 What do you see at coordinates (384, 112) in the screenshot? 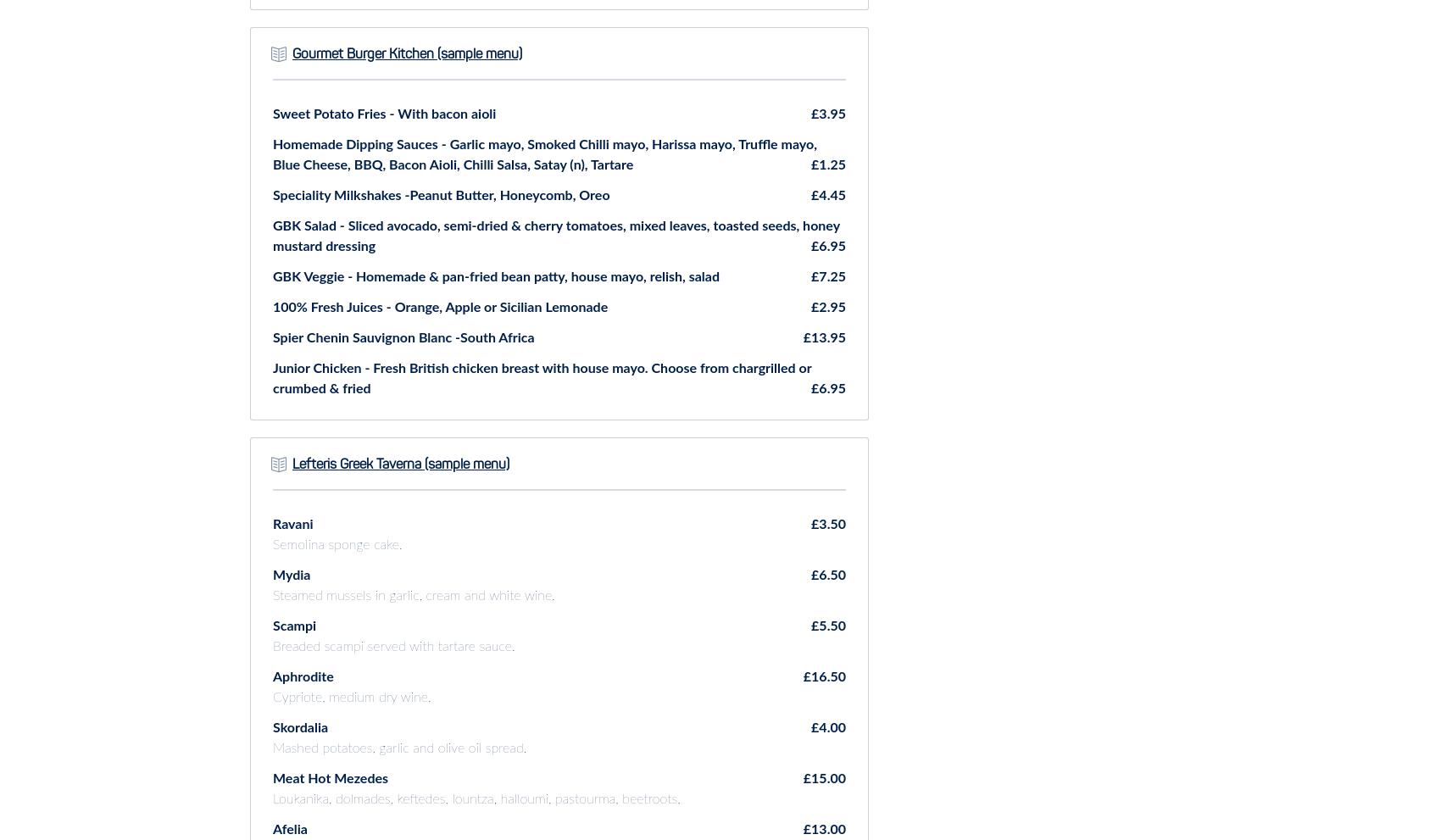
I see `'Sweet Potato Fries - With bacon aioli'` at bounding box center [384, 112].